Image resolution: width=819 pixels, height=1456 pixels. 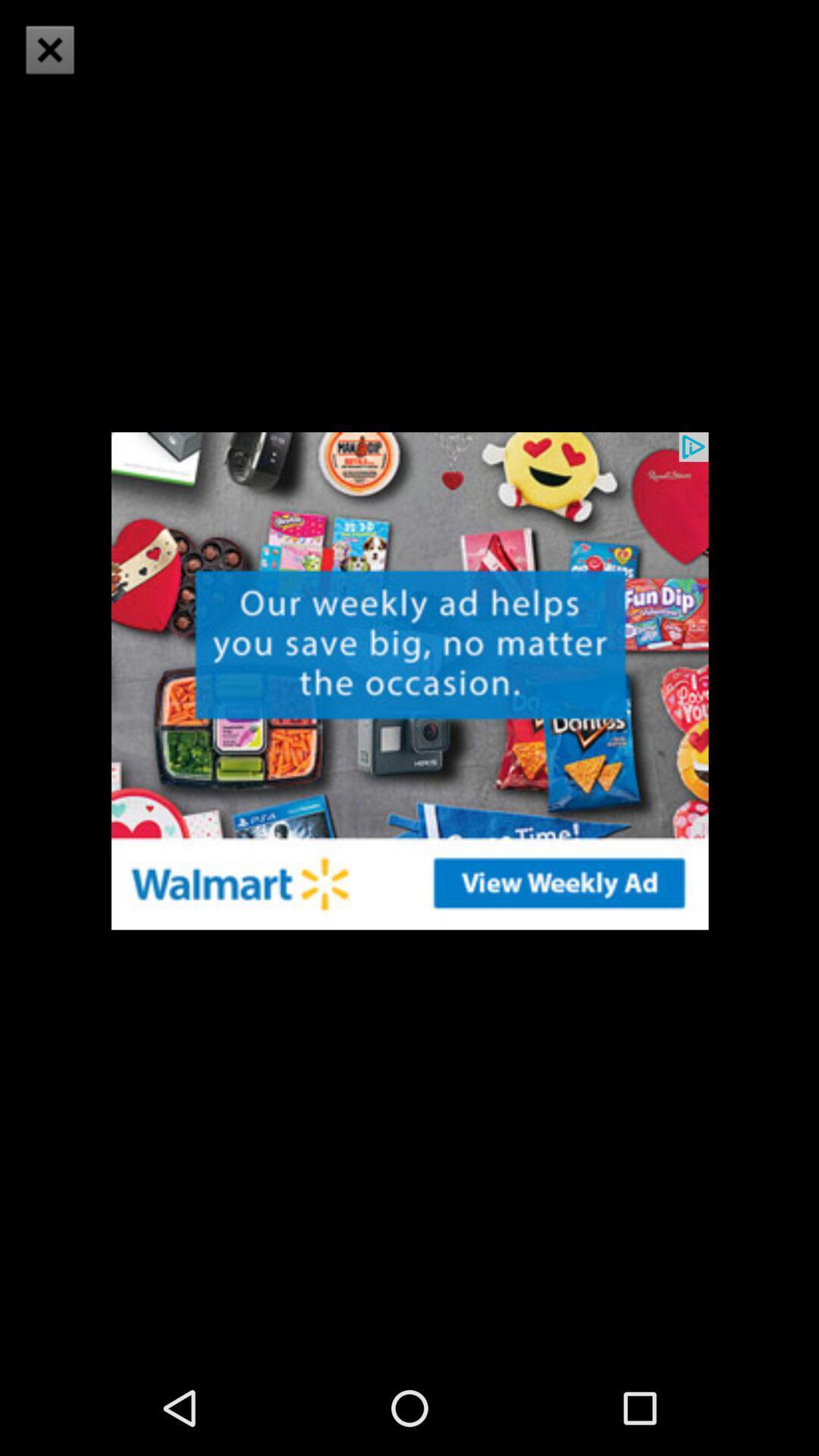 What do you see at coordinates (49, 53) in the screenshot?
I see `the close icon` at bounding box center [49, 53].